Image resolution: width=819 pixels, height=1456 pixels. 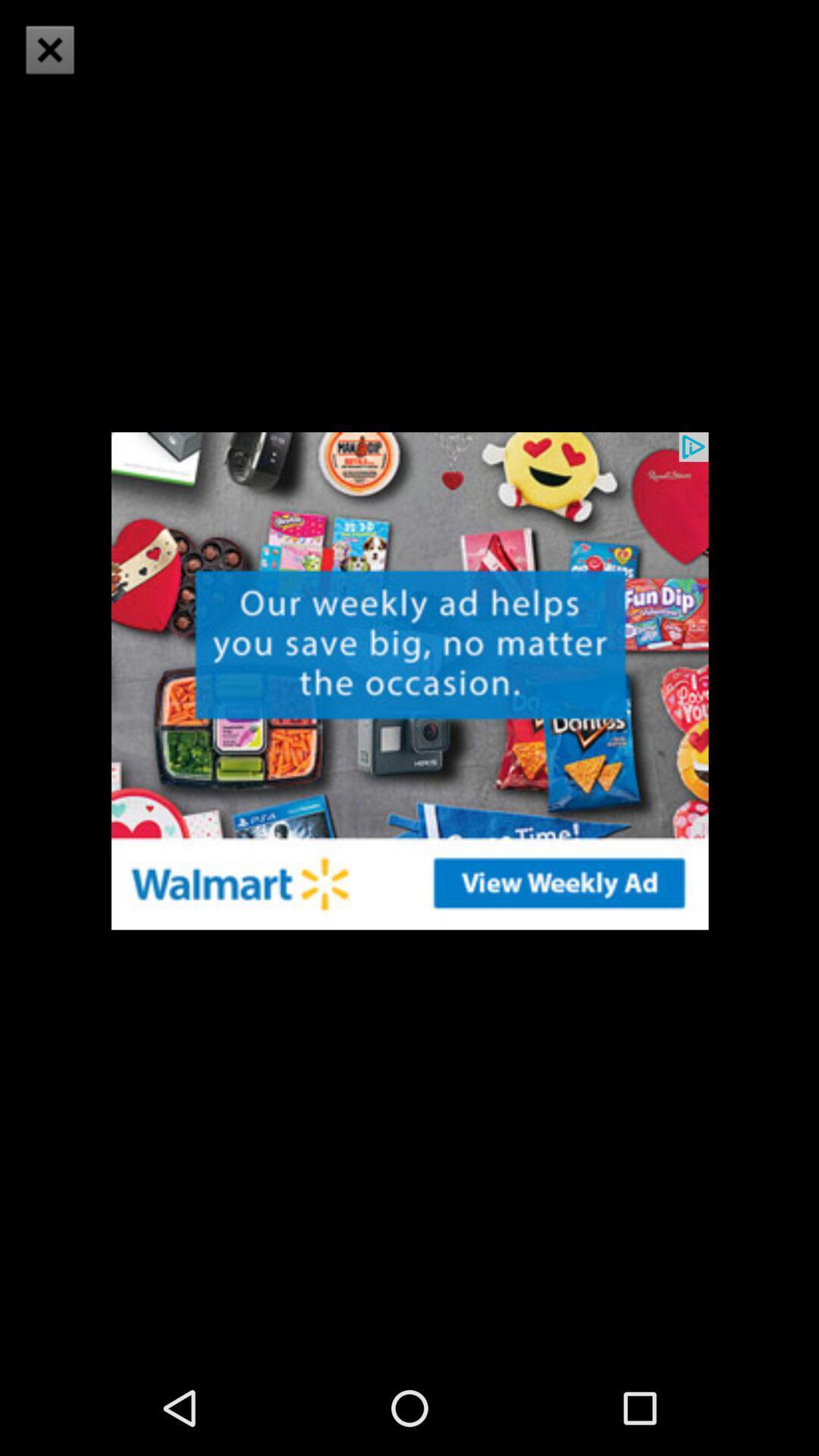 What do you see at coordinates (49, 53) in the screenshot?
I see `the close icon` at bounding box center [49, 53].